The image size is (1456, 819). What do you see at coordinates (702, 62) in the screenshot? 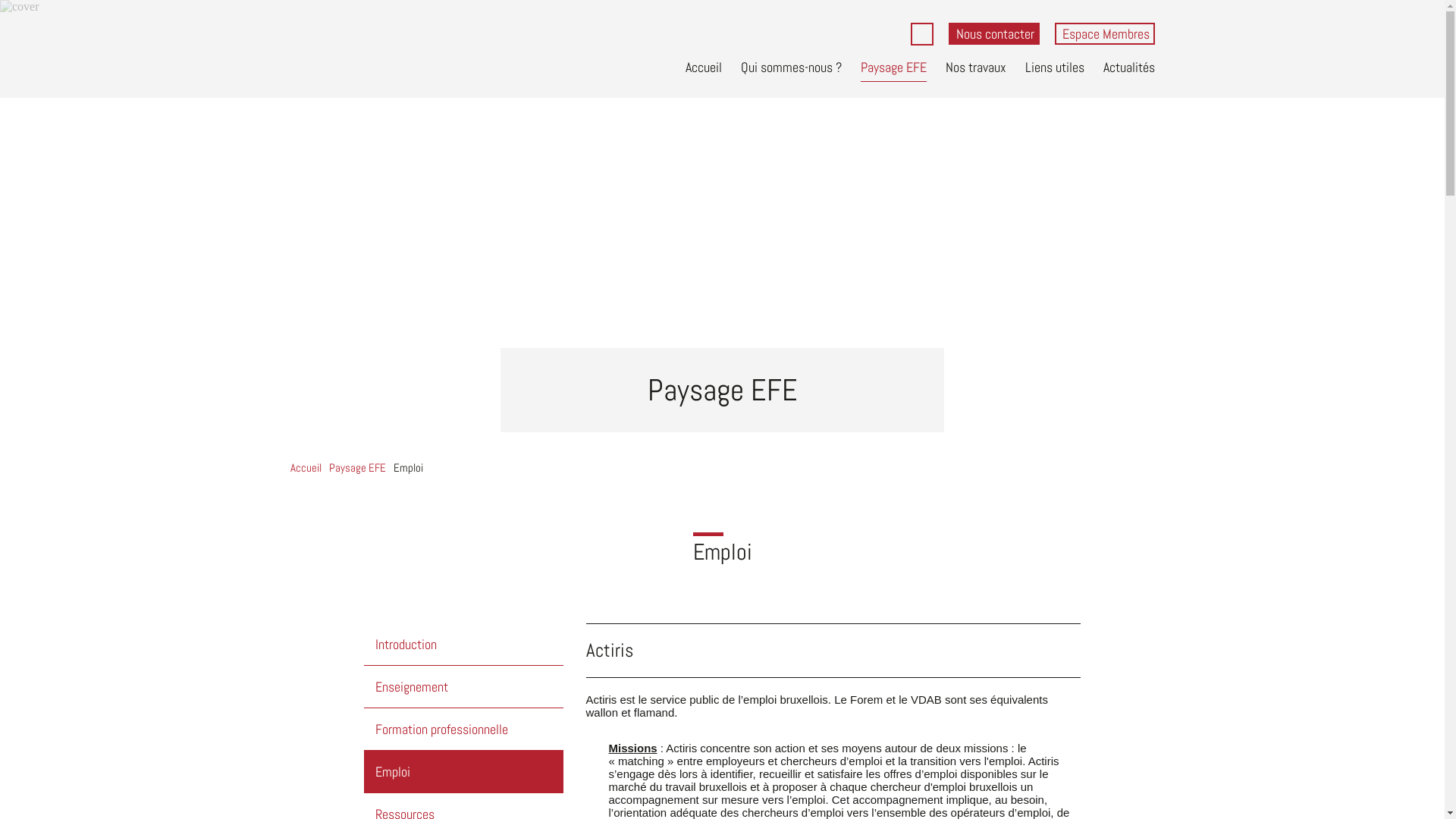
I see `'Accueil'` at bounding box center [702, 62].